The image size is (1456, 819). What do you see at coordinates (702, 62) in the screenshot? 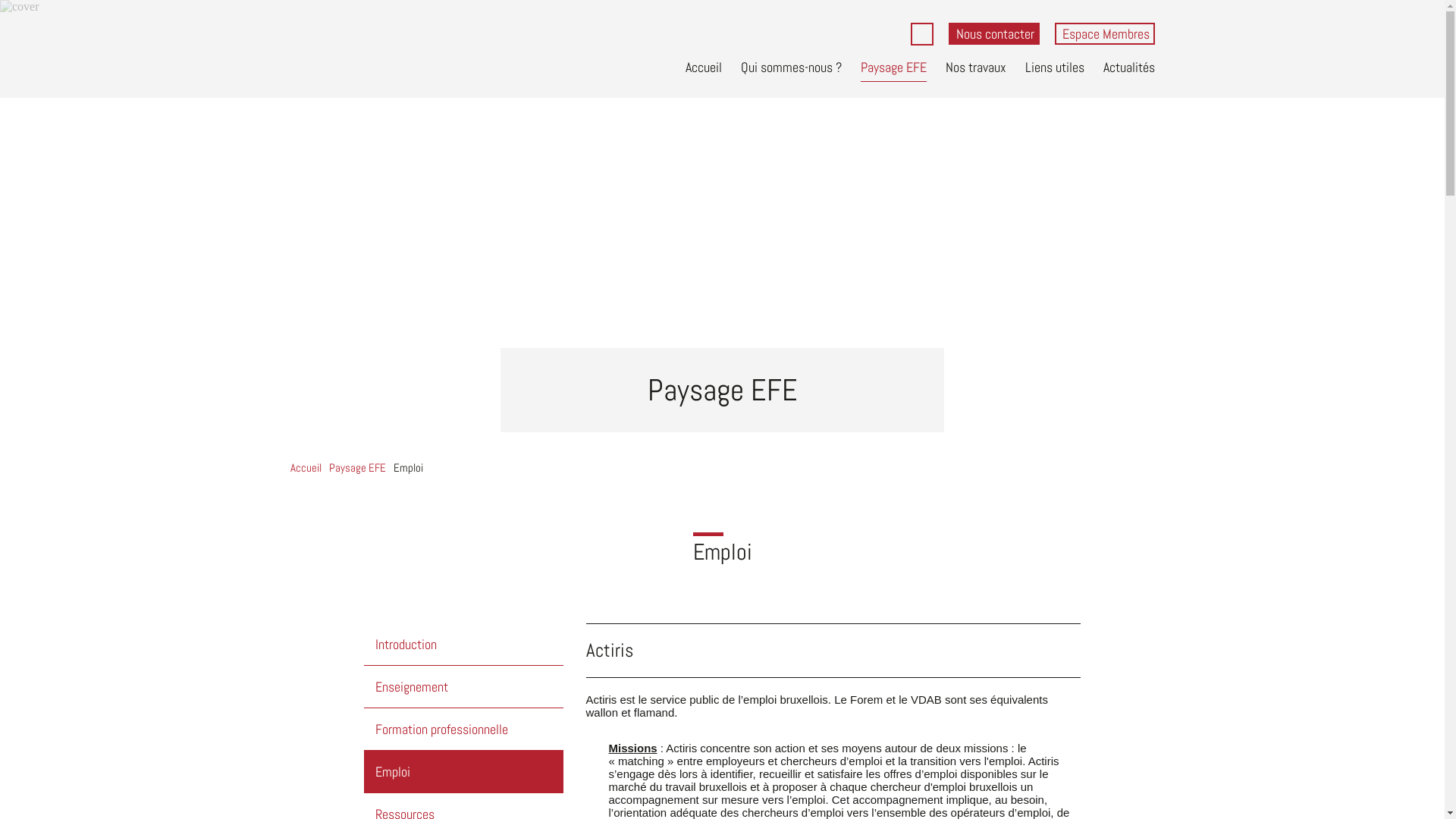
I see `'Accueil'` at bounding box center [702, 62].